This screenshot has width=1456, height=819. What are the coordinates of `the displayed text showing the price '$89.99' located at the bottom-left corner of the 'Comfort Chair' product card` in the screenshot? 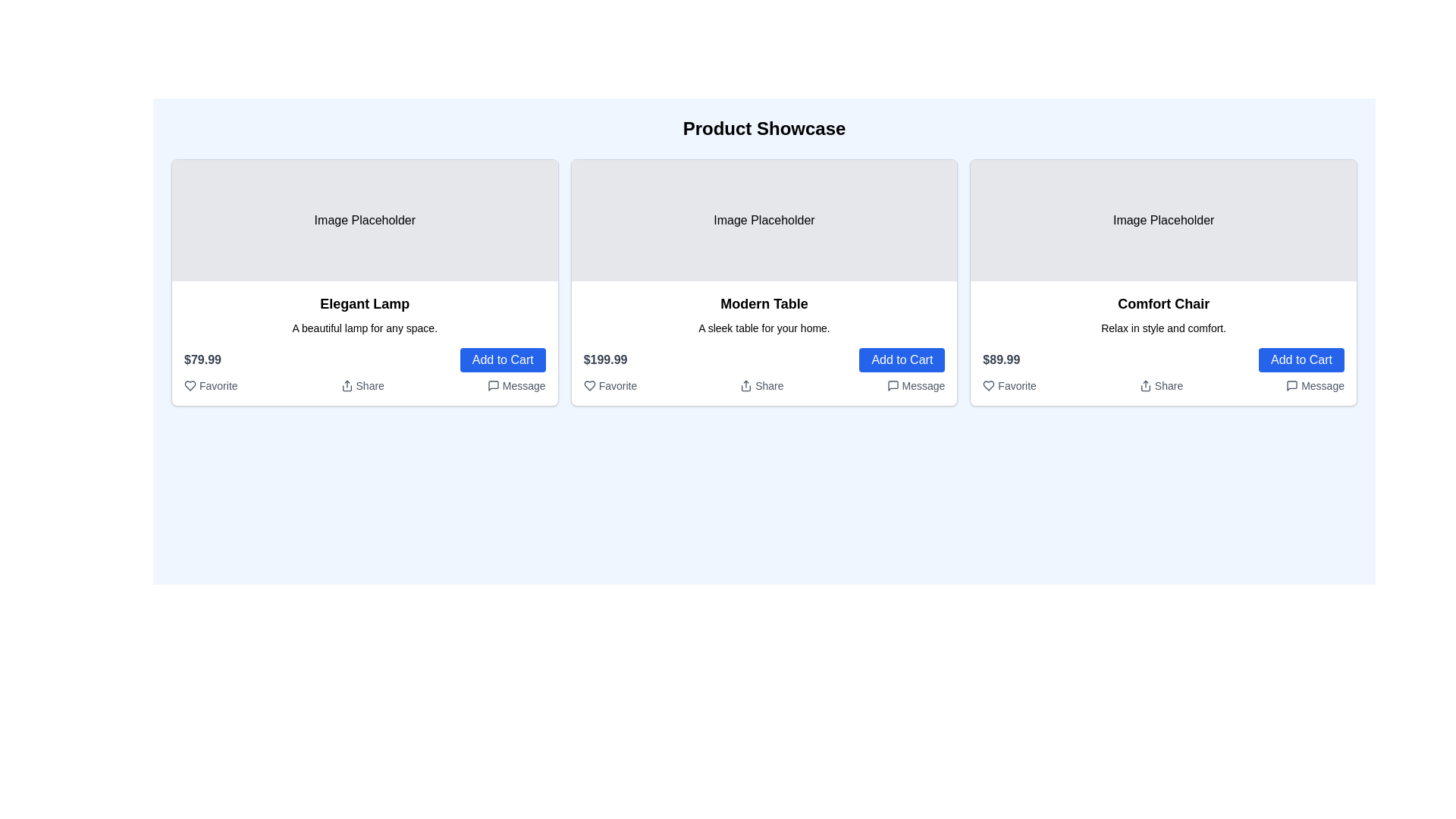 It's located at (1001, 359).